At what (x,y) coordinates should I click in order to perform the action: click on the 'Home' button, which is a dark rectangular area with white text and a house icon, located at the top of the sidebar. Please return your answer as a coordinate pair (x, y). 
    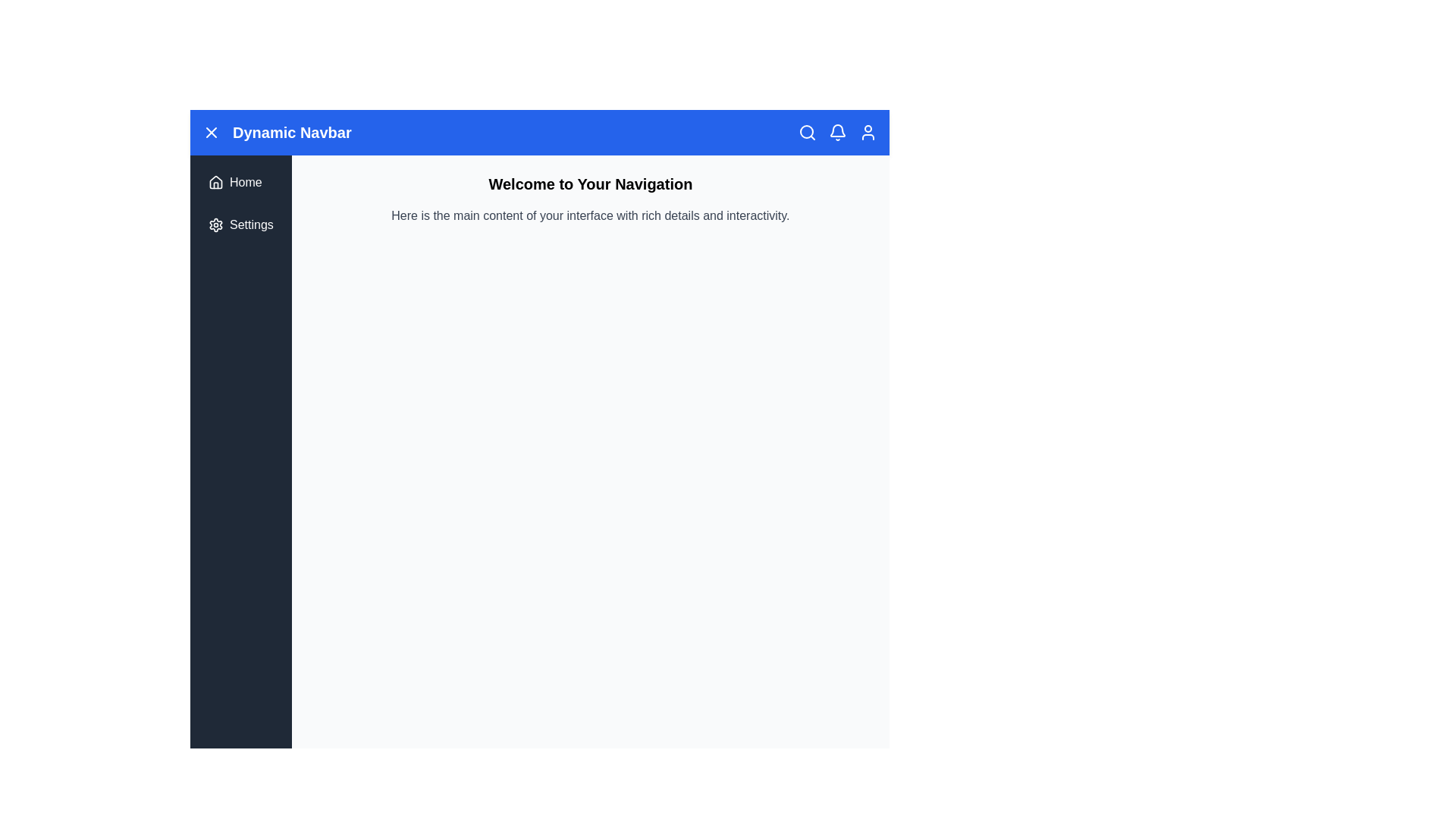
    Looking at the image, I should click on (240, 181).